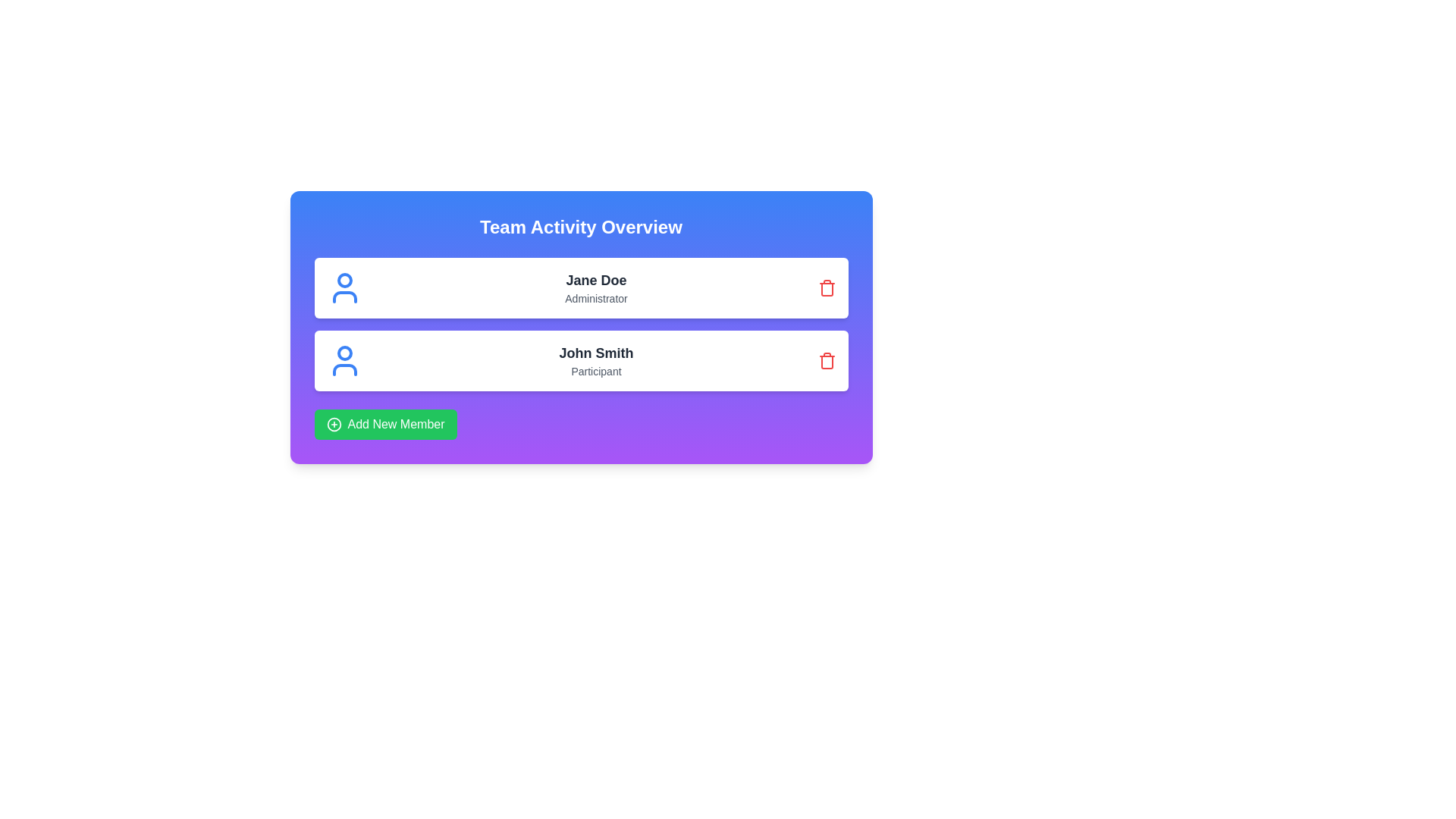  Describe the element at coordinates (595, 353) in the screenshot. I see `the text label that serves as the name label of a participant in the team activity overview interface, located in the center-right portion of the card, directly above the text 'Participant'` at that location.